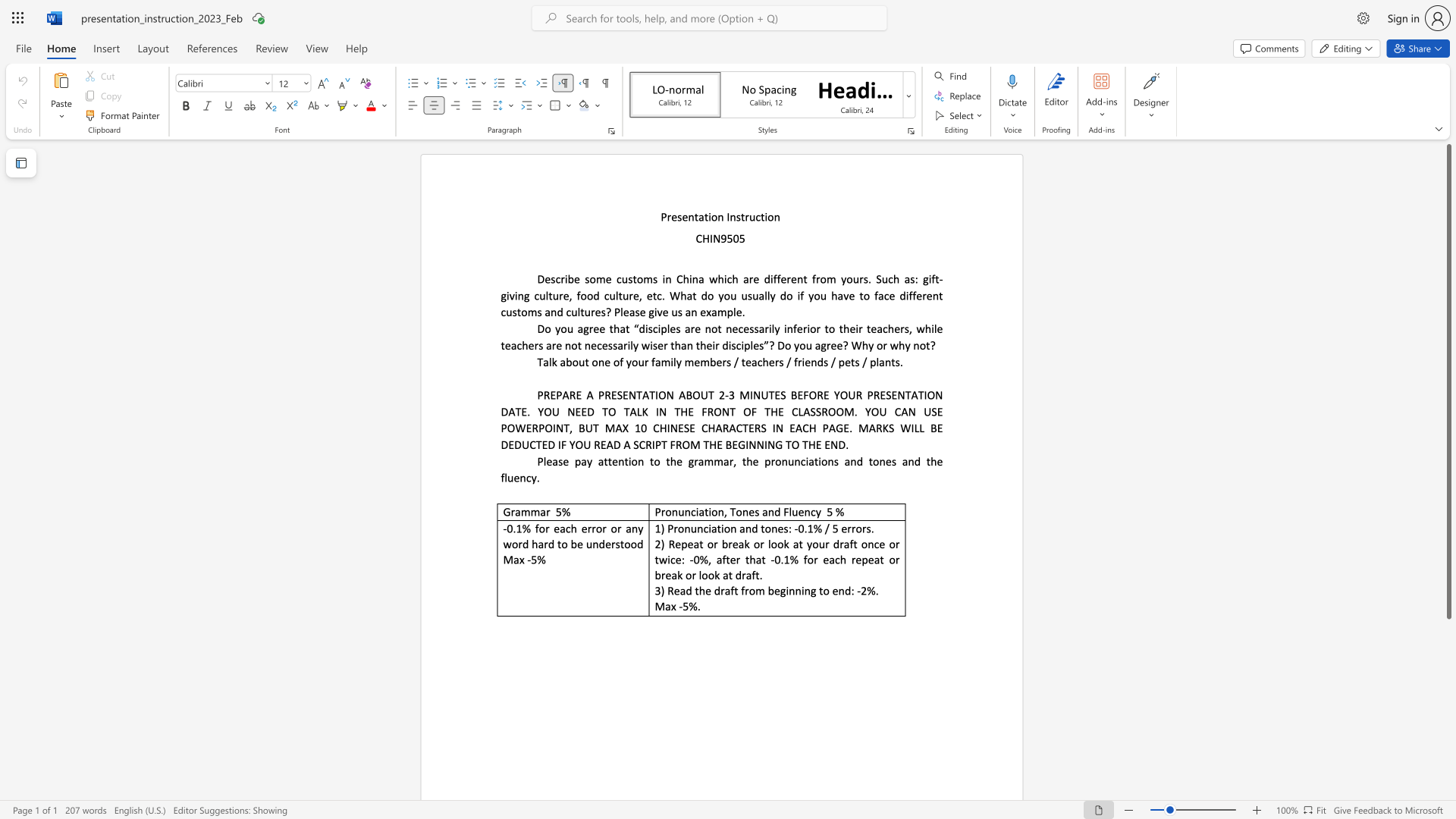 This screenshot has width=1456, height=819. I want to click on the scrollbar to move the view down, so click(1448, 704).